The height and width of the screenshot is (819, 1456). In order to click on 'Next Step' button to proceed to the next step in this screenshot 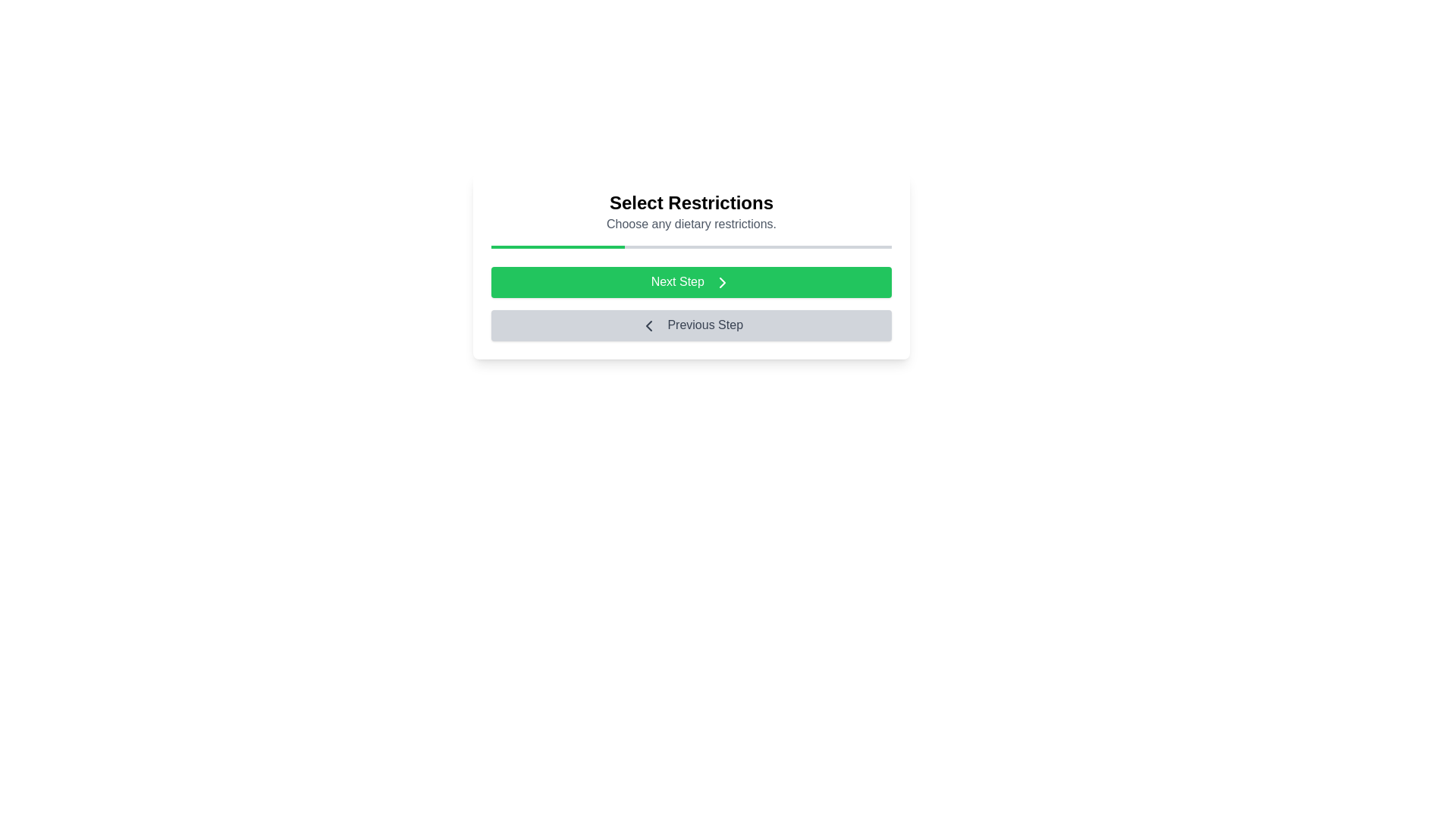, I will do `click(691, 281)`.